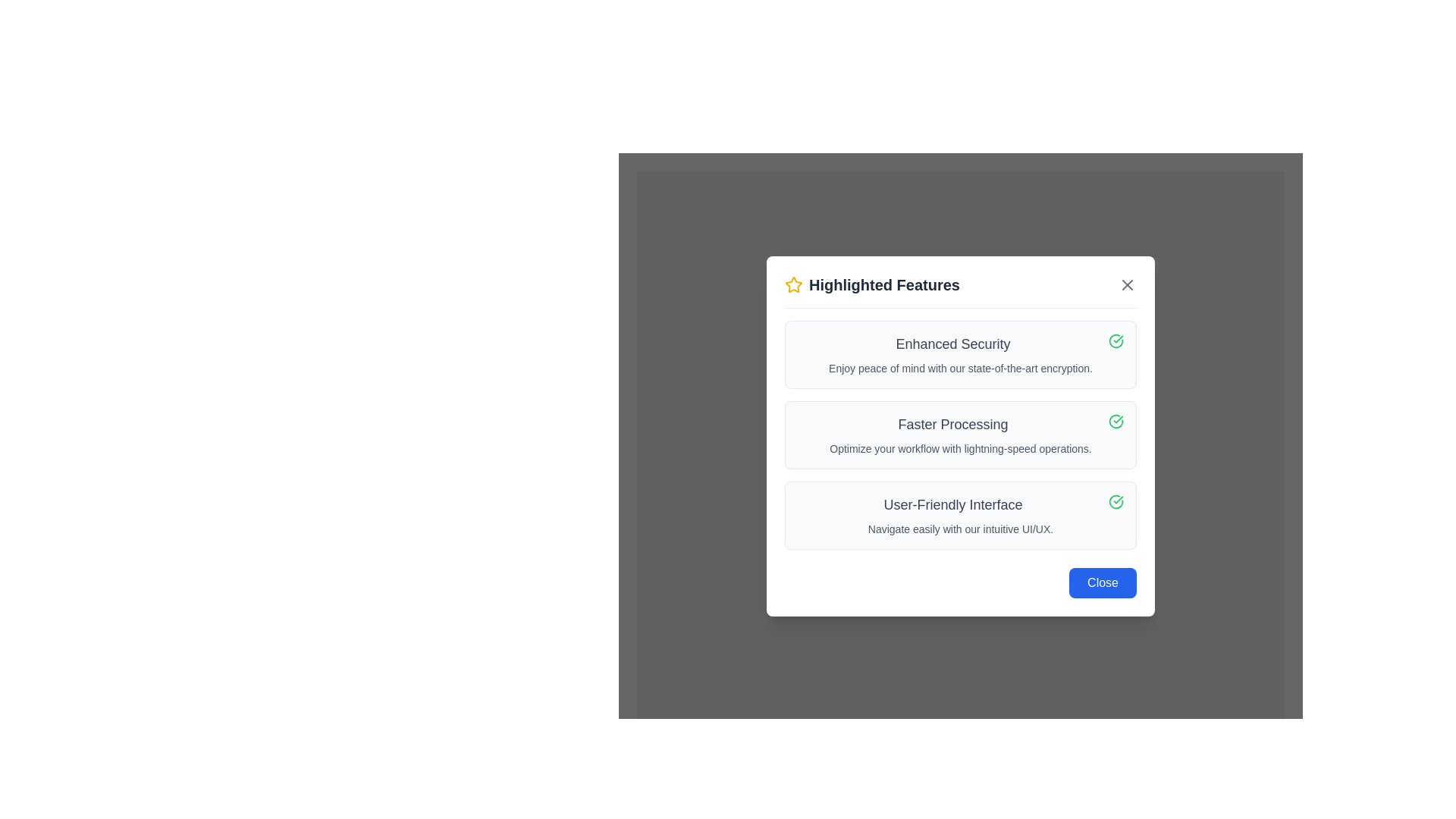 This screenshot has width=1456, height=819. What do you see at coordinates (960, 354) in the screenshot?
I see `the 'Enhanced Security' card element with a light gray background that features a bold headline and a green checkmark icon, located at the top of the 'Highlighted Features' modal` at bounding box center [960, 354].